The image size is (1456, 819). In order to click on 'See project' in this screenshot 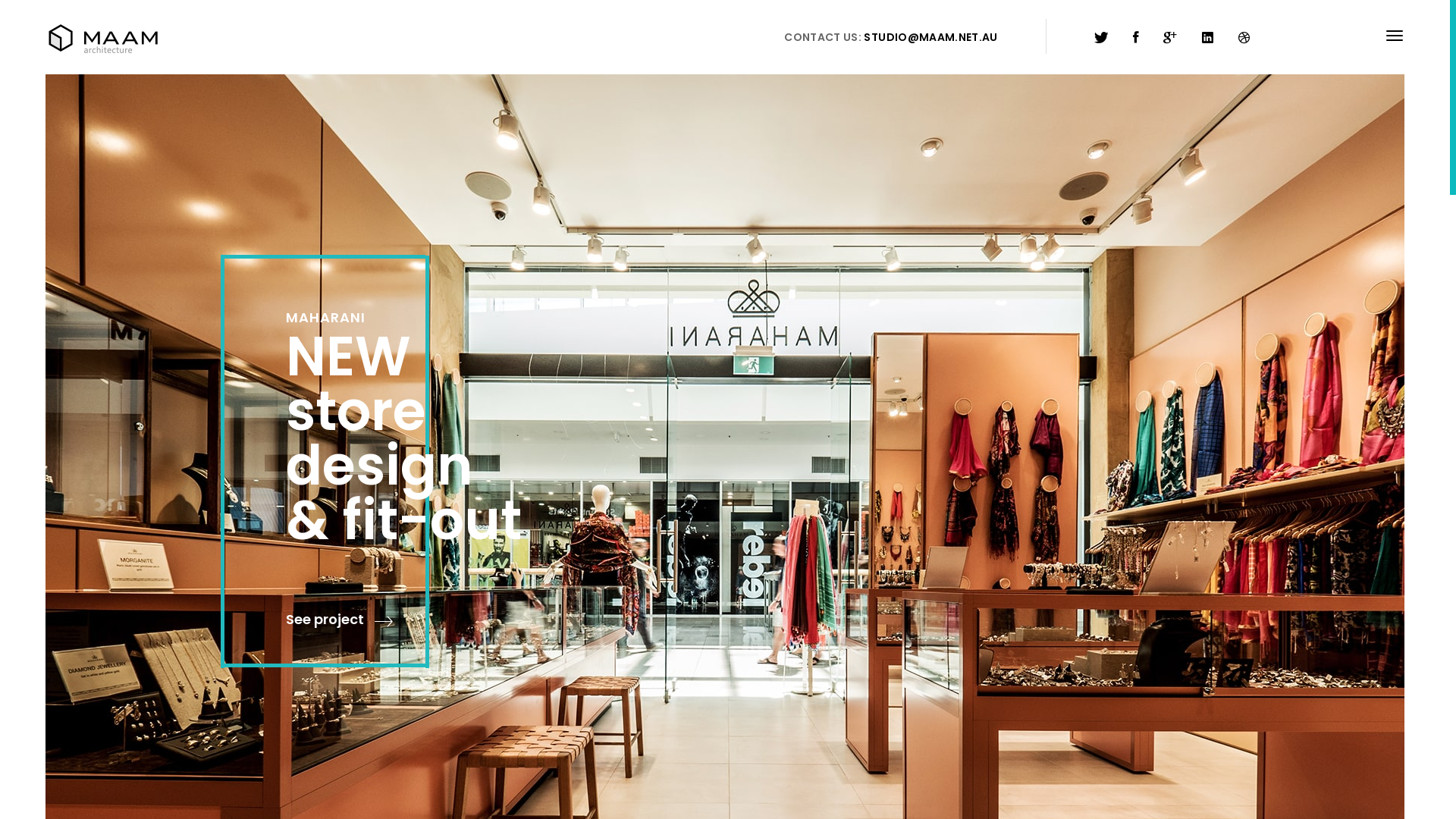, I will do `click(286, 620)`.